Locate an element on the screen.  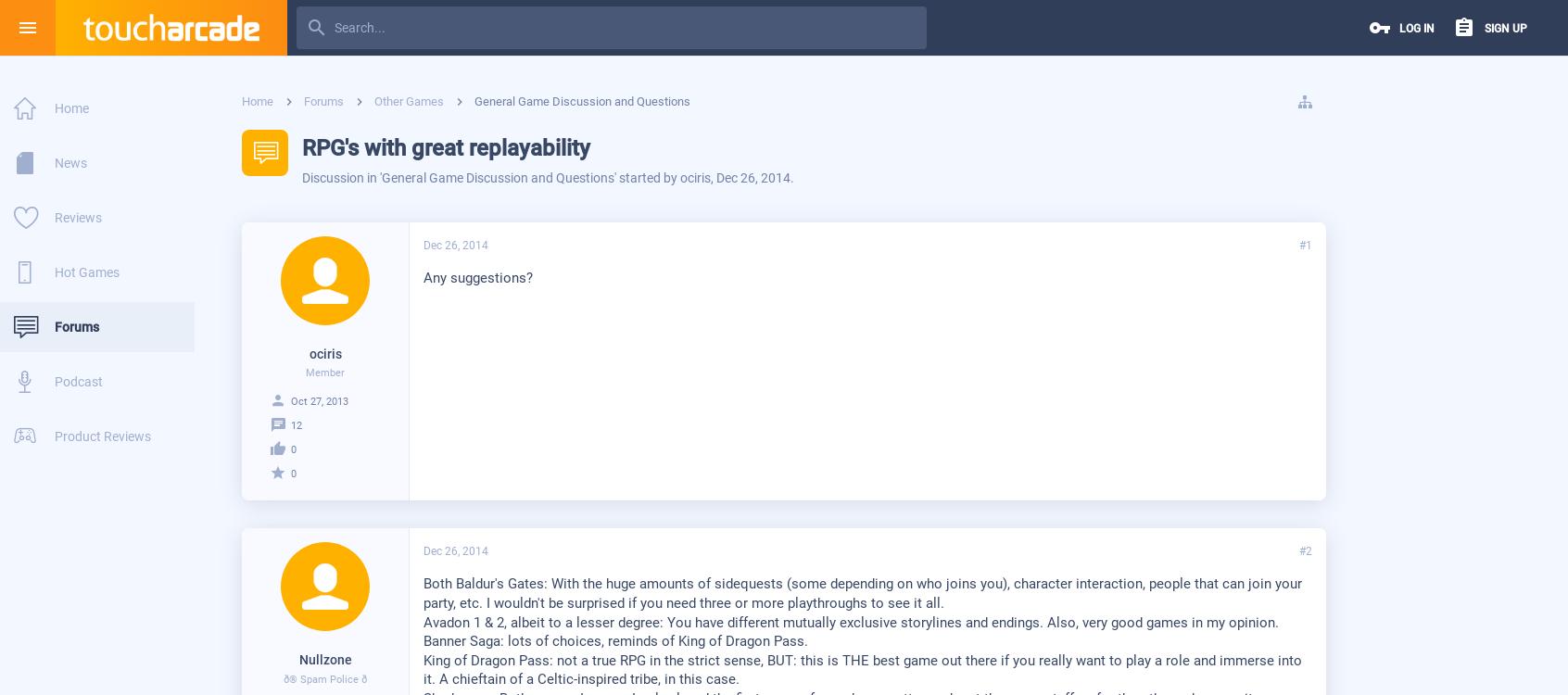
'Nullzone' is located at coordinates (323, 658).